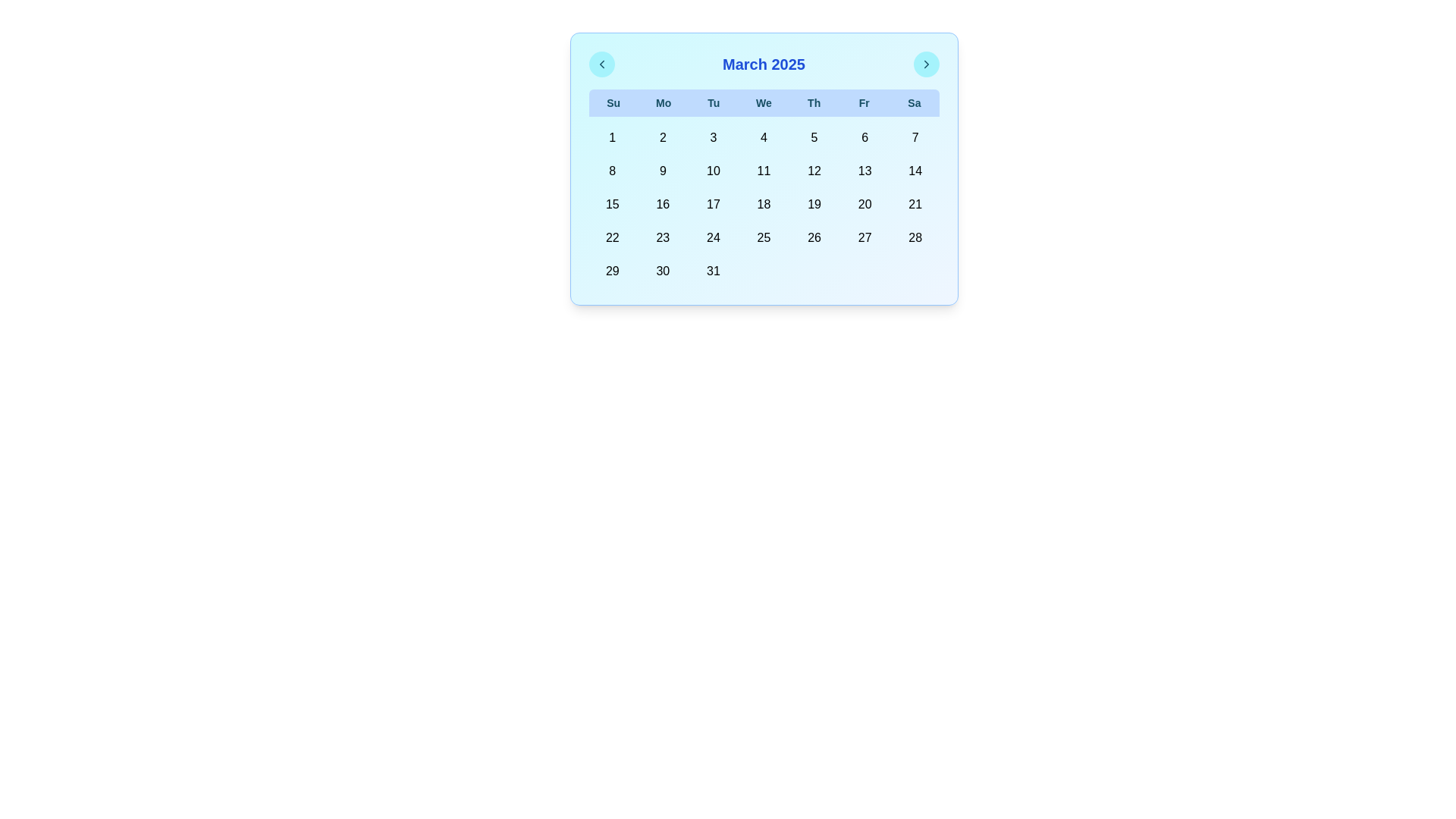 This screenshot has width=1456, height=819. Describe the element at coordinates (764, 102) in the screenshot. I see `the static text label representing the abbreviation for Wednesday in the calendar week header` at that location.